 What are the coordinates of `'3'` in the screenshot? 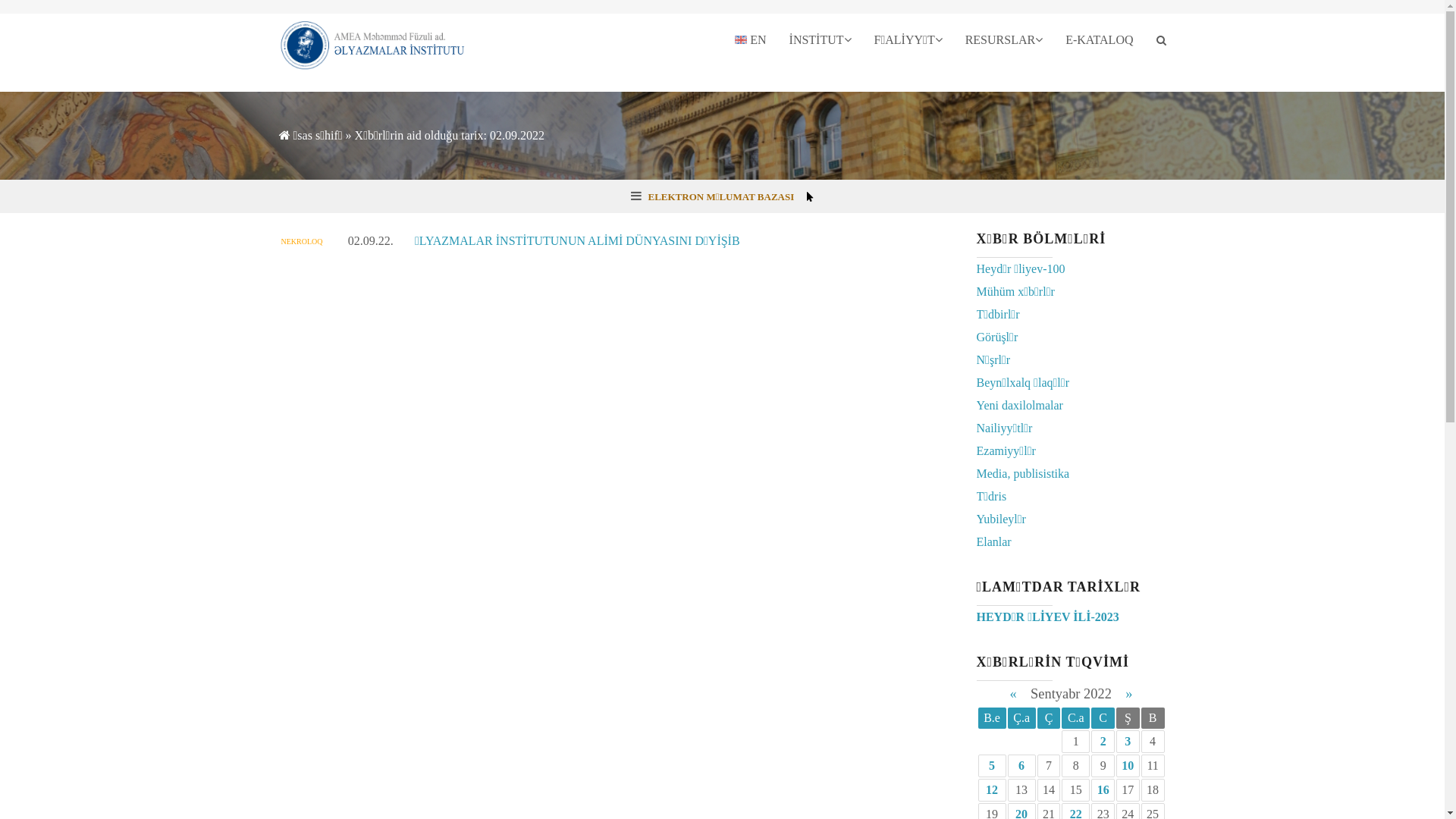 It's located at (1128, 740).